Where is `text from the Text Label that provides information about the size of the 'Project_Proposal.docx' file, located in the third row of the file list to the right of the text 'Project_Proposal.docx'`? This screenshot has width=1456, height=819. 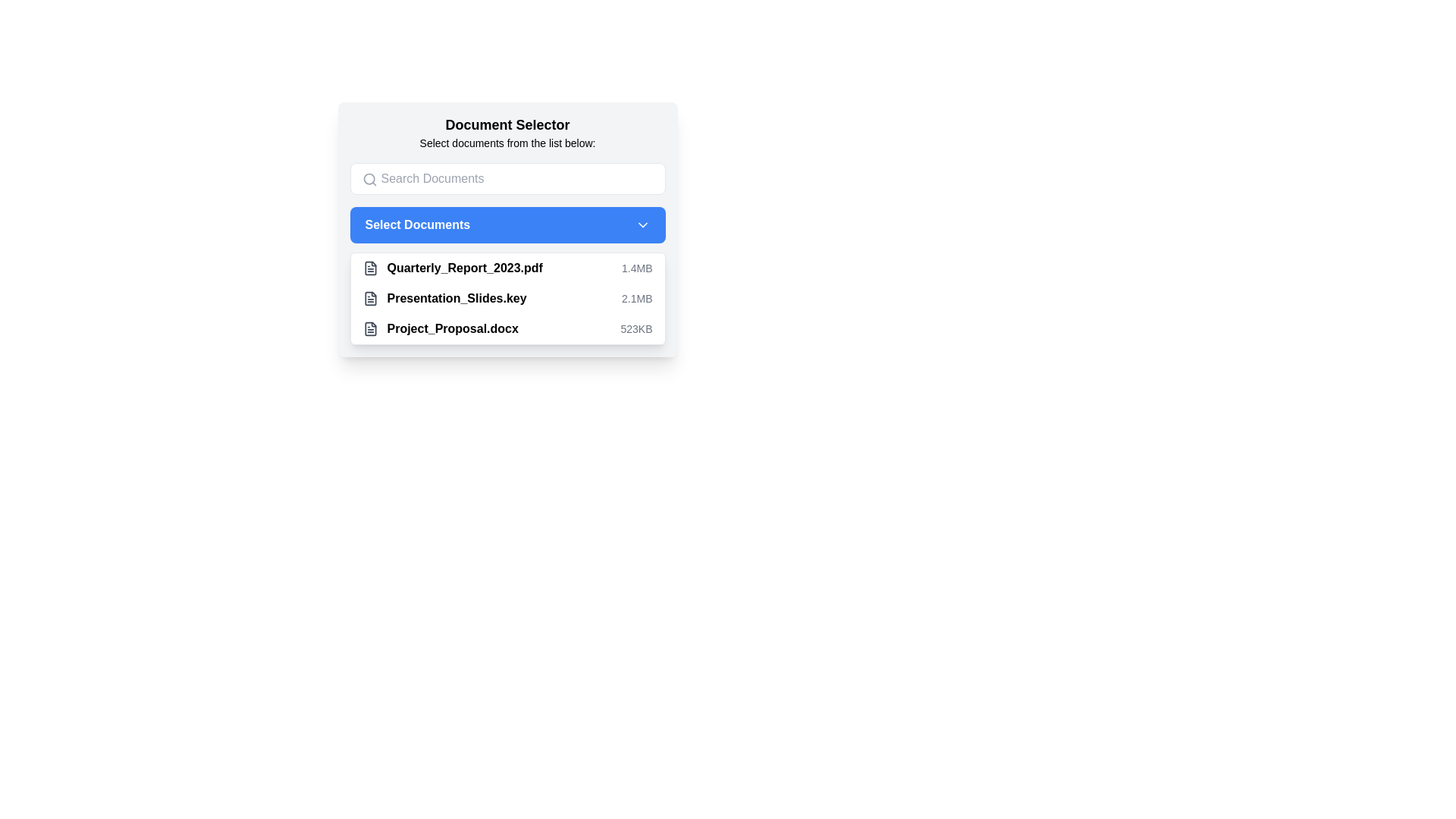
text from the Text Label that provides information about the size of the 'Project_Proposal.docx' file, located in the third row of the file list to the right of the text 'Project_Proposal.docx' is located at coordinates (636, 328).